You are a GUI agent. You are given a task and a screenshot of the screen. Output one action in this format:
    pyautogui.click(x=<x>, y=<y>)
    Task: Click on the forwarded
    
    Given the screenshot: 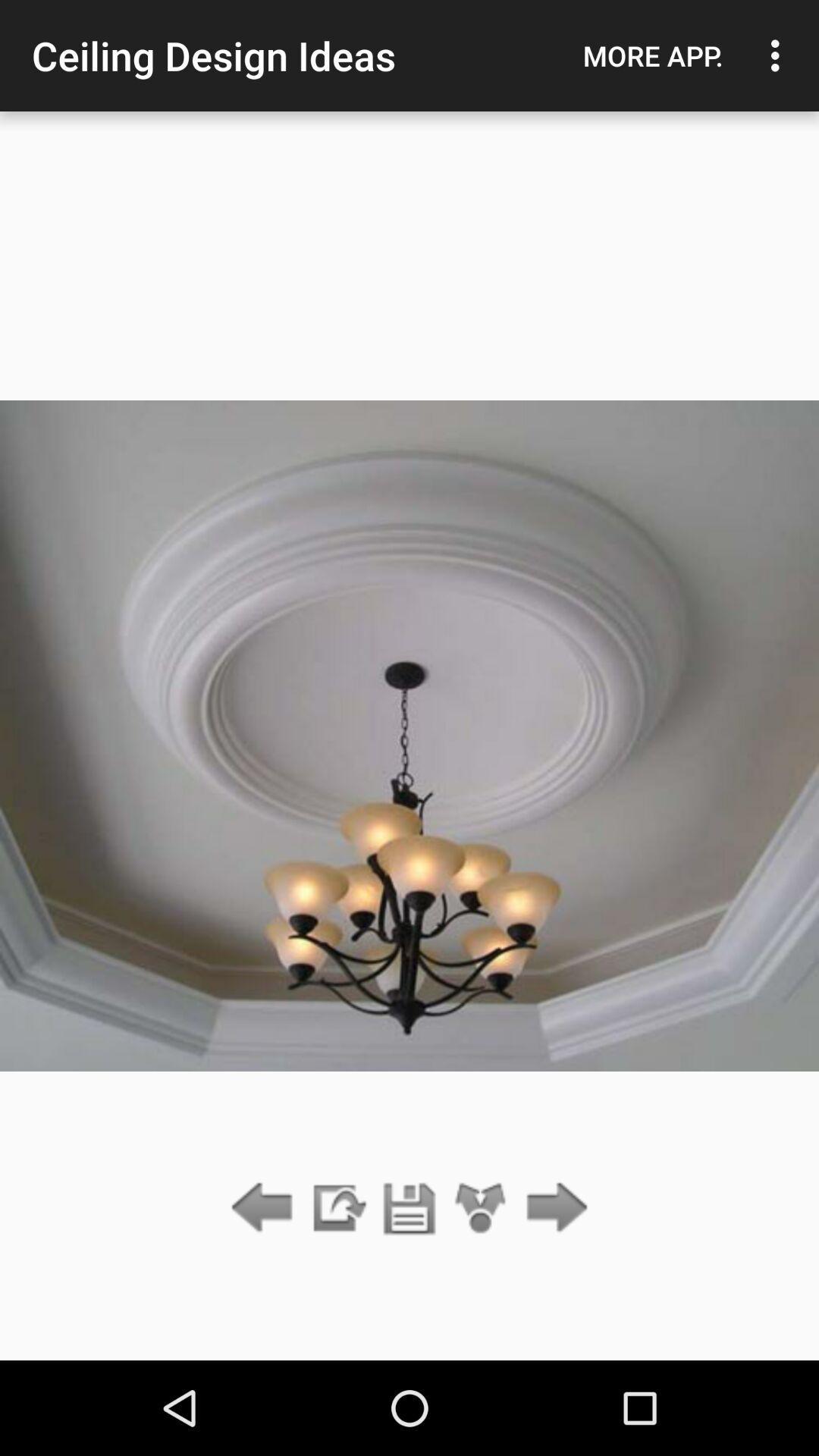 What is the action you would take?
    pyautogui.click(x=553, y=1208)
    